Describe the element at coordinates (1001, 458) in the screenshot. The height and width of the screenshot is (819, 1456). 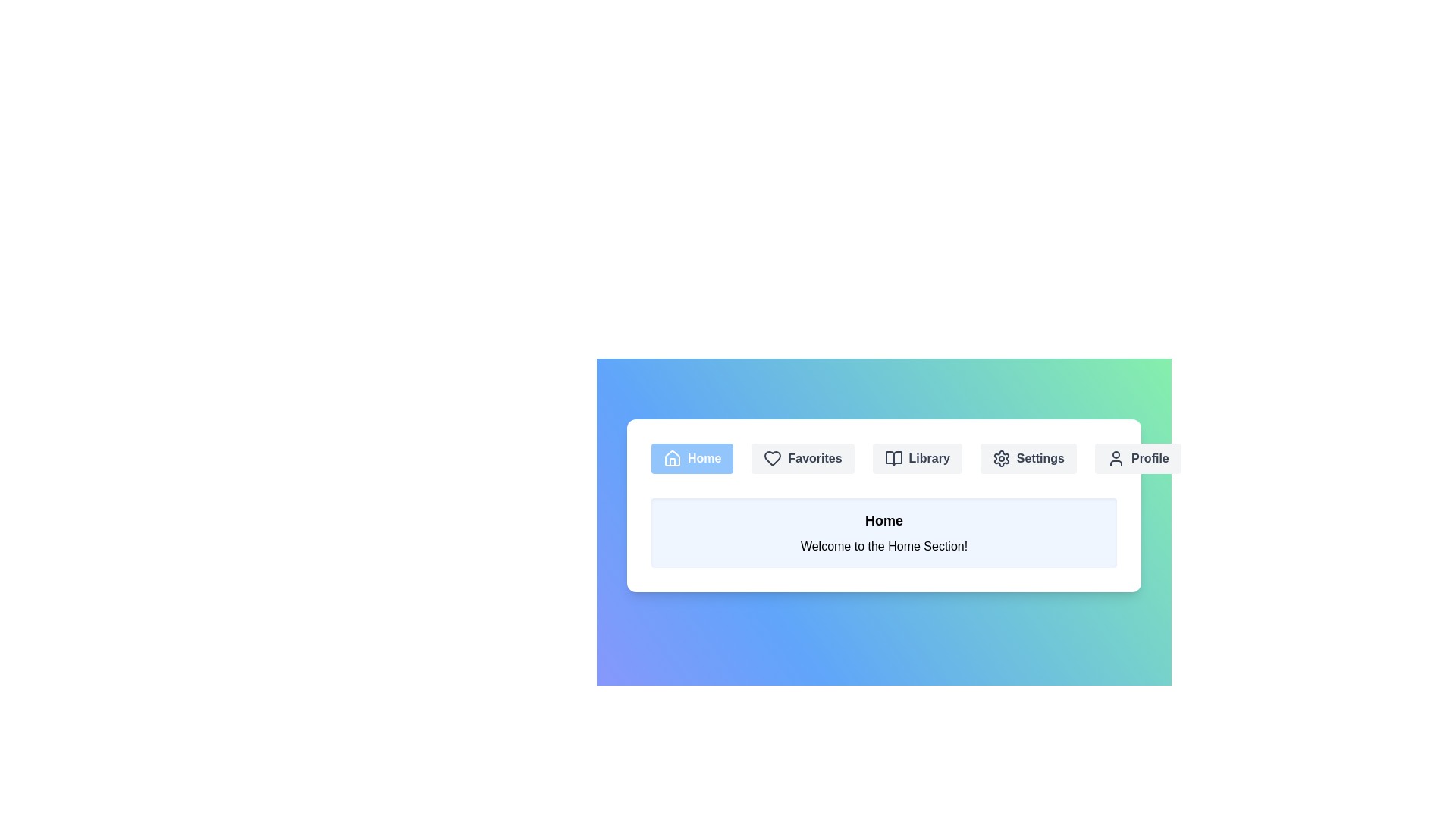
I see `the cogwheel-shaped icon located to the left of the 'Settings' text in the navigation bar` at that location.